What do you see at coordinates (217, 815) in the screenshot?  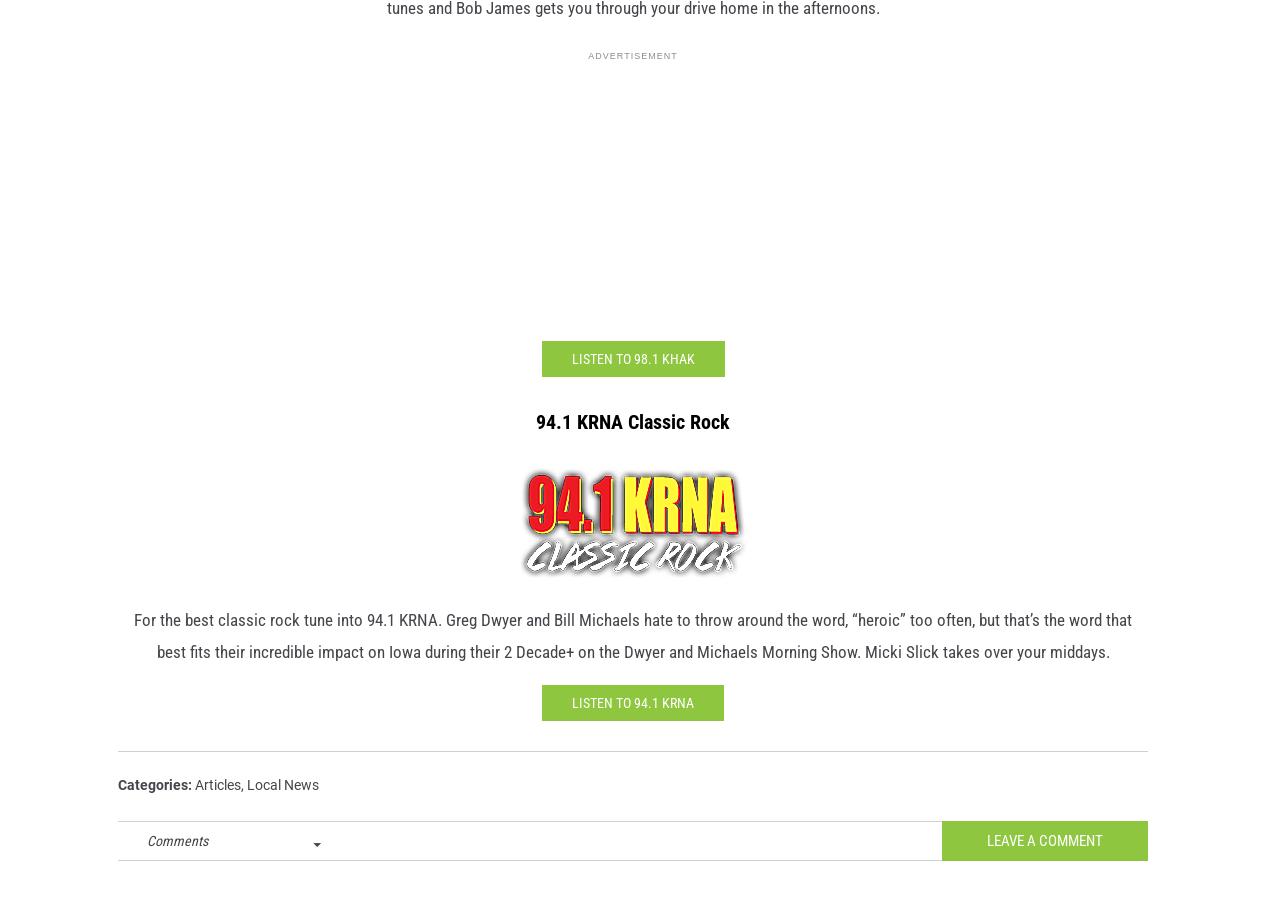 I see `'Articles'` at bounding box center [217, 815].